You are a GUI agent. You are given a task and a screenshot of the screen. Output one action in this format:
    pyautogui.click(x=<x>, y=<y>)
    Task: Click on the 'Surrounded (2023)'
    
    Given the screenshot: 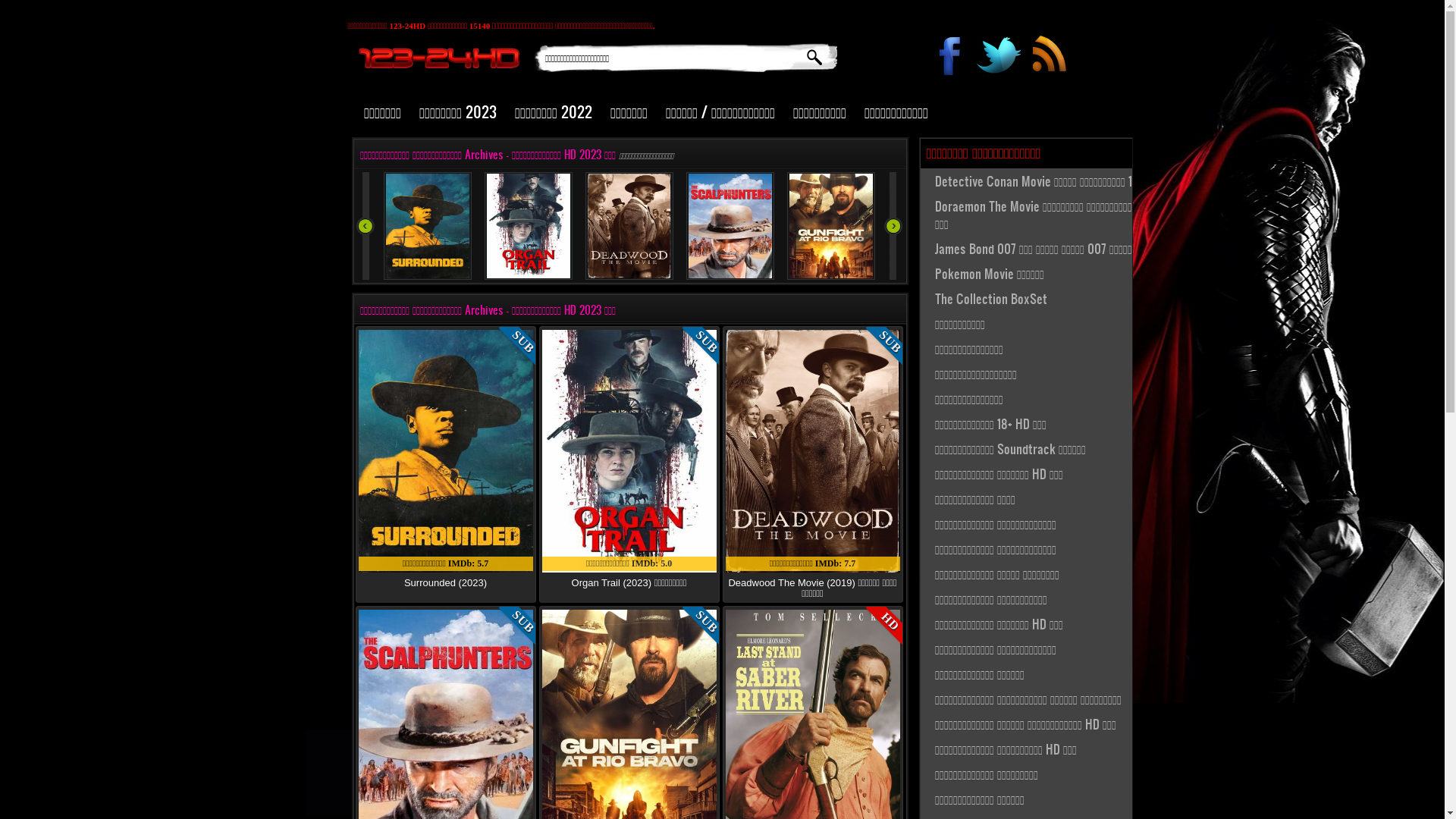 What is the action you would take?
    pyautogui.click(x=444, y=582)
    